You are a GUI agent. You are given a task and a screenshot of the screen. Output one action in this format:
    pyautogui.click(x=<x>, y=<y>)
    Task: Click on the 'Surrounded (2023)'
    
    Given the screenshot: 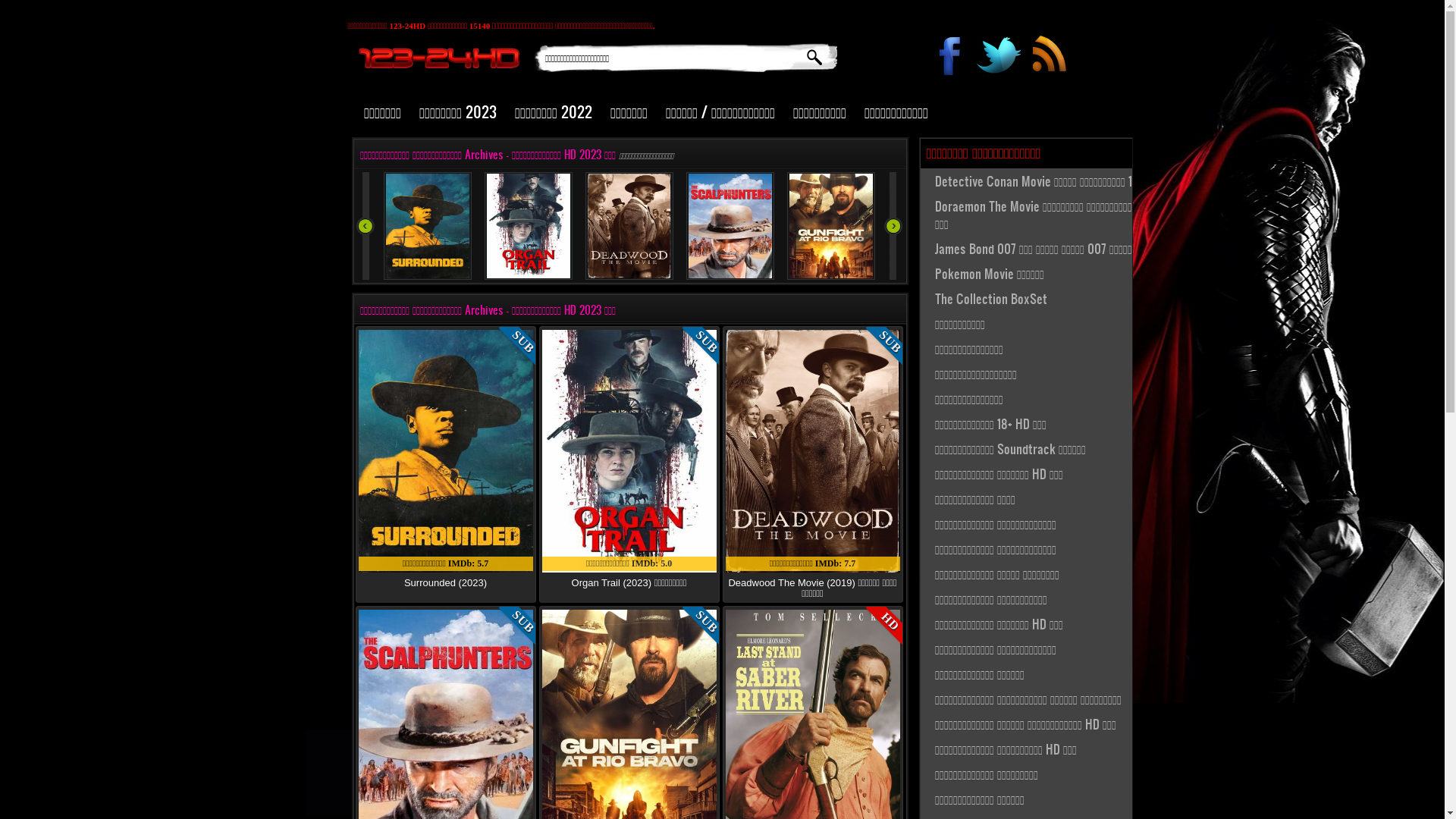 What is the action you would take?
    pyautogui.click(x=444, y=582)
    